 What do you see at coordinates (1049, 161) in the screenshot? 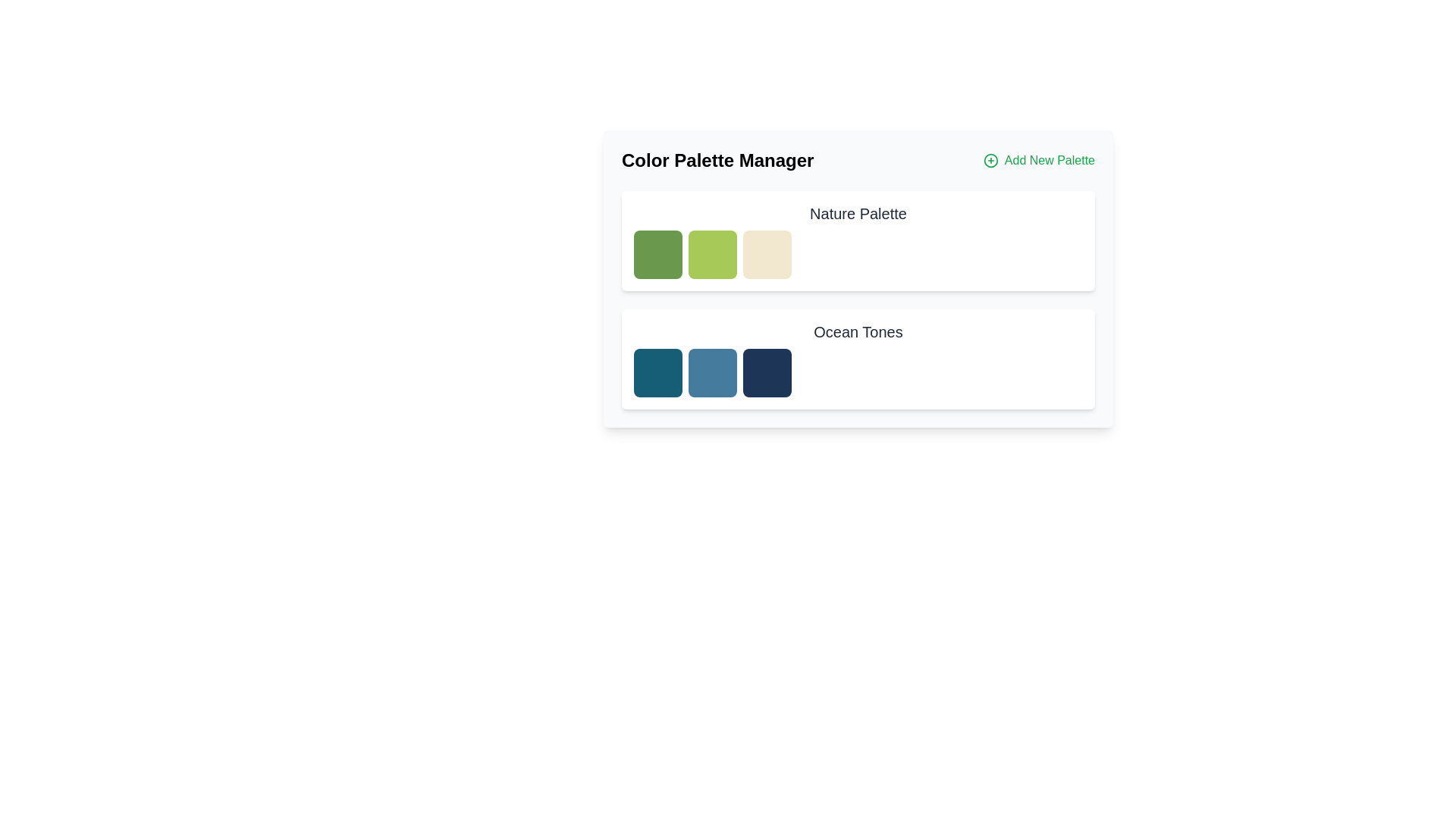
I see `the button-like interface labeled with Plain text in the top-right corner of the main color palette to initiate the creation of a new palette` at bounding box center [1049, 161].